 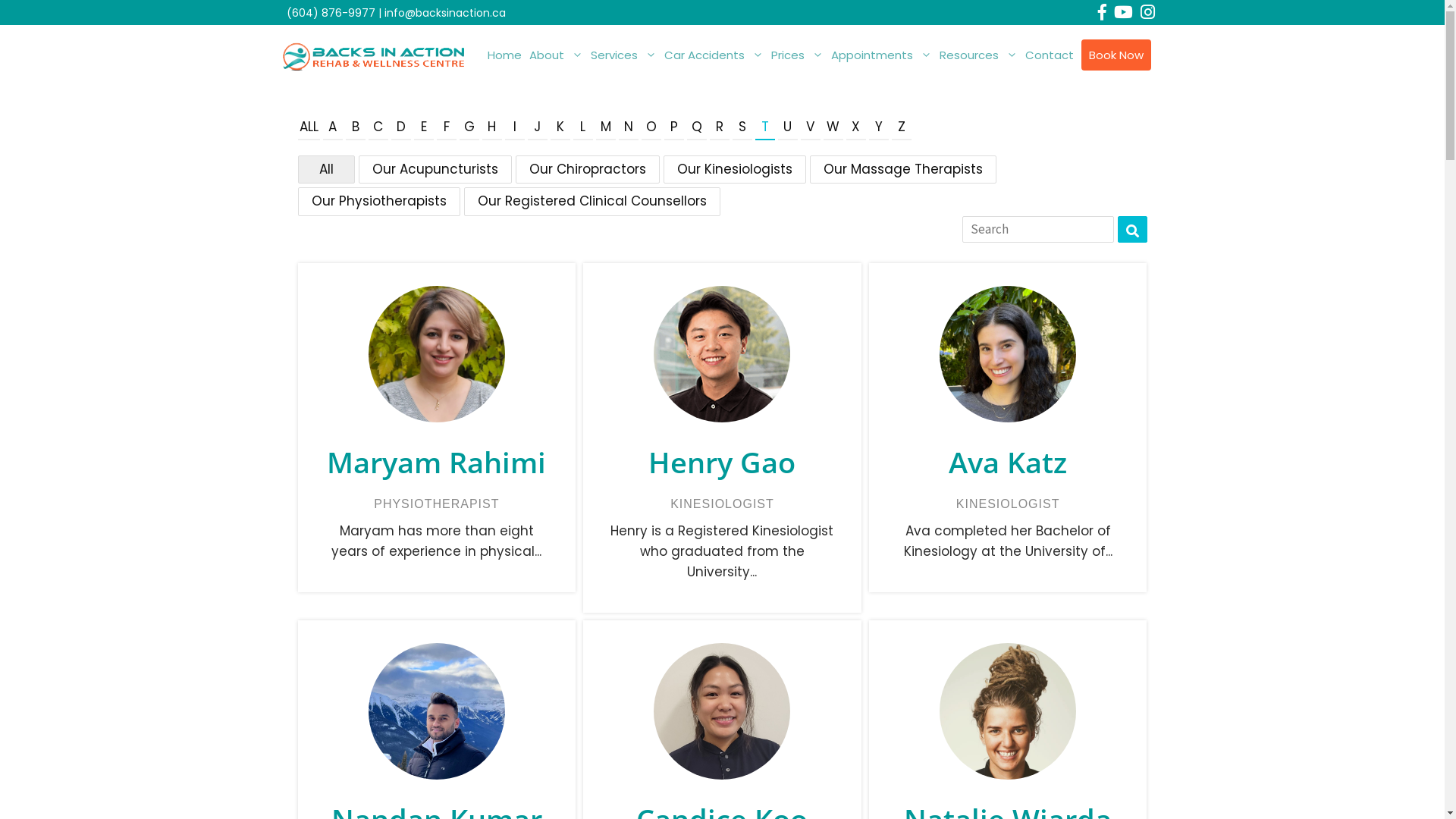 What do you see at coordinates (446, 127) in the screenshot?
I see `'F'` at bounding box center [446, 127].